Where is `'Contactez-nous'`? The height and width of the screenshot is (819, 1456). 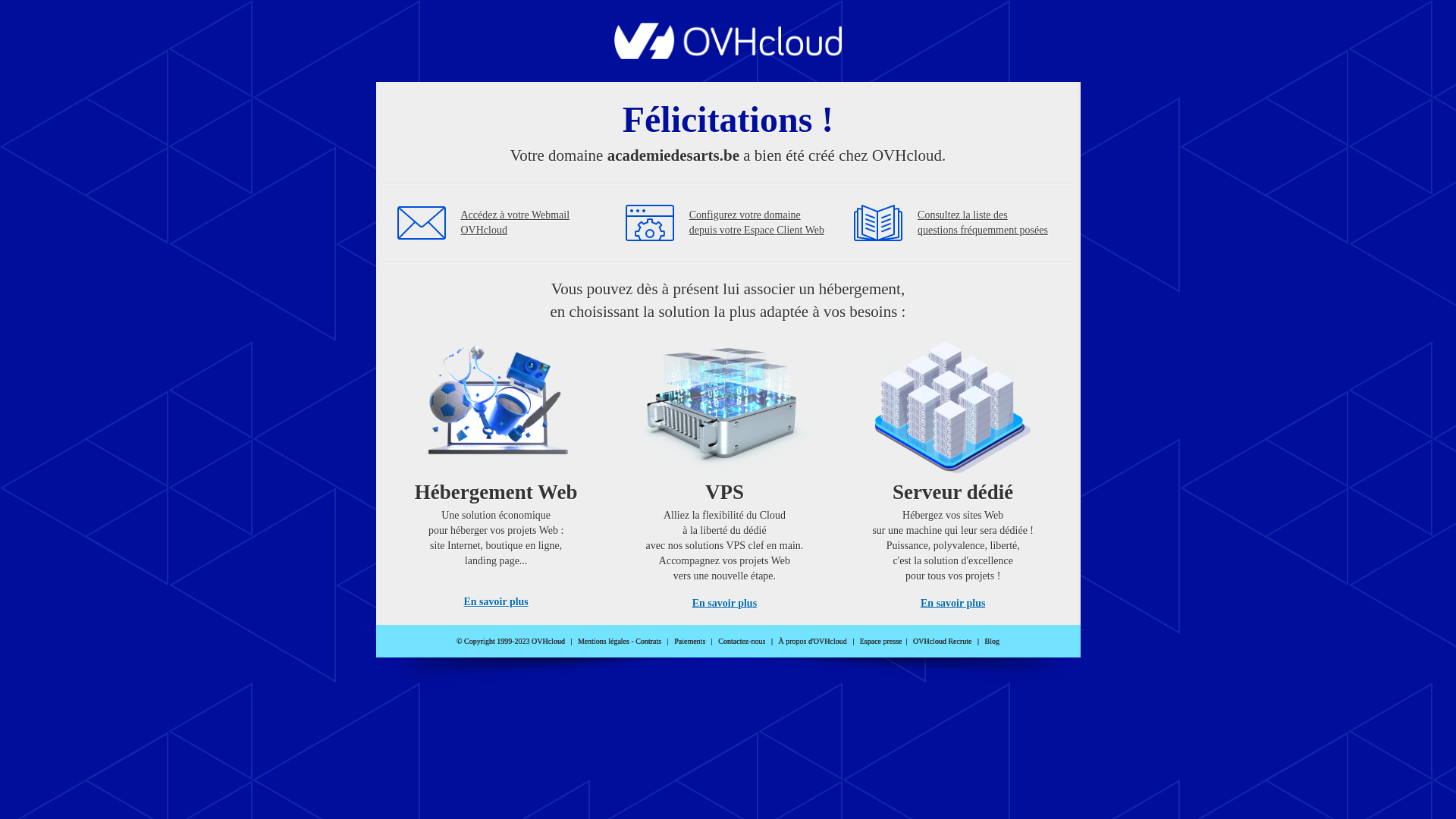
'Contactez-nous' is located at coordinates (717, 641).